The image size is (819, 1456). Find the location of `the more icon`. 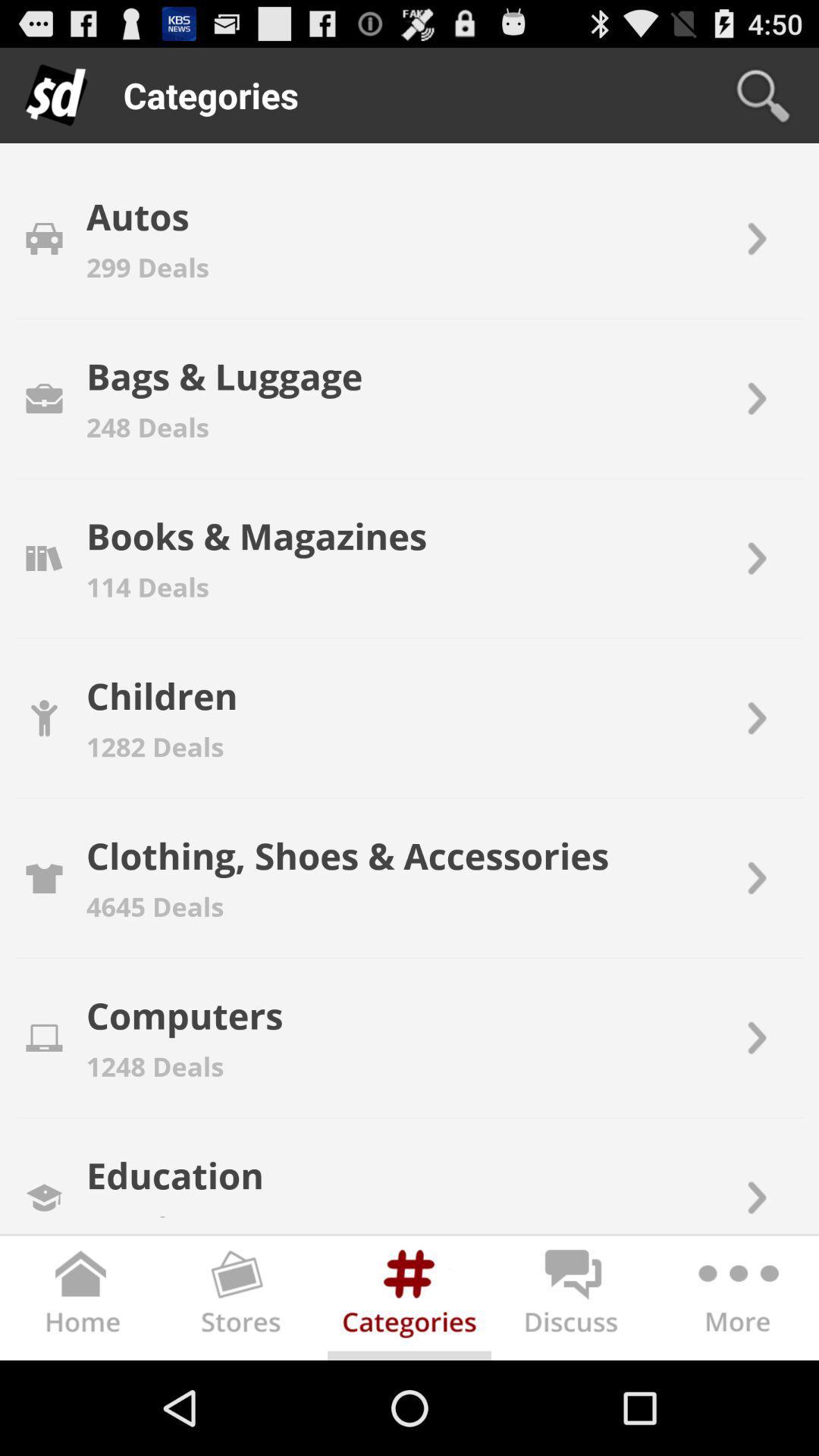

the more icon is located at coordinates (736, 1392).